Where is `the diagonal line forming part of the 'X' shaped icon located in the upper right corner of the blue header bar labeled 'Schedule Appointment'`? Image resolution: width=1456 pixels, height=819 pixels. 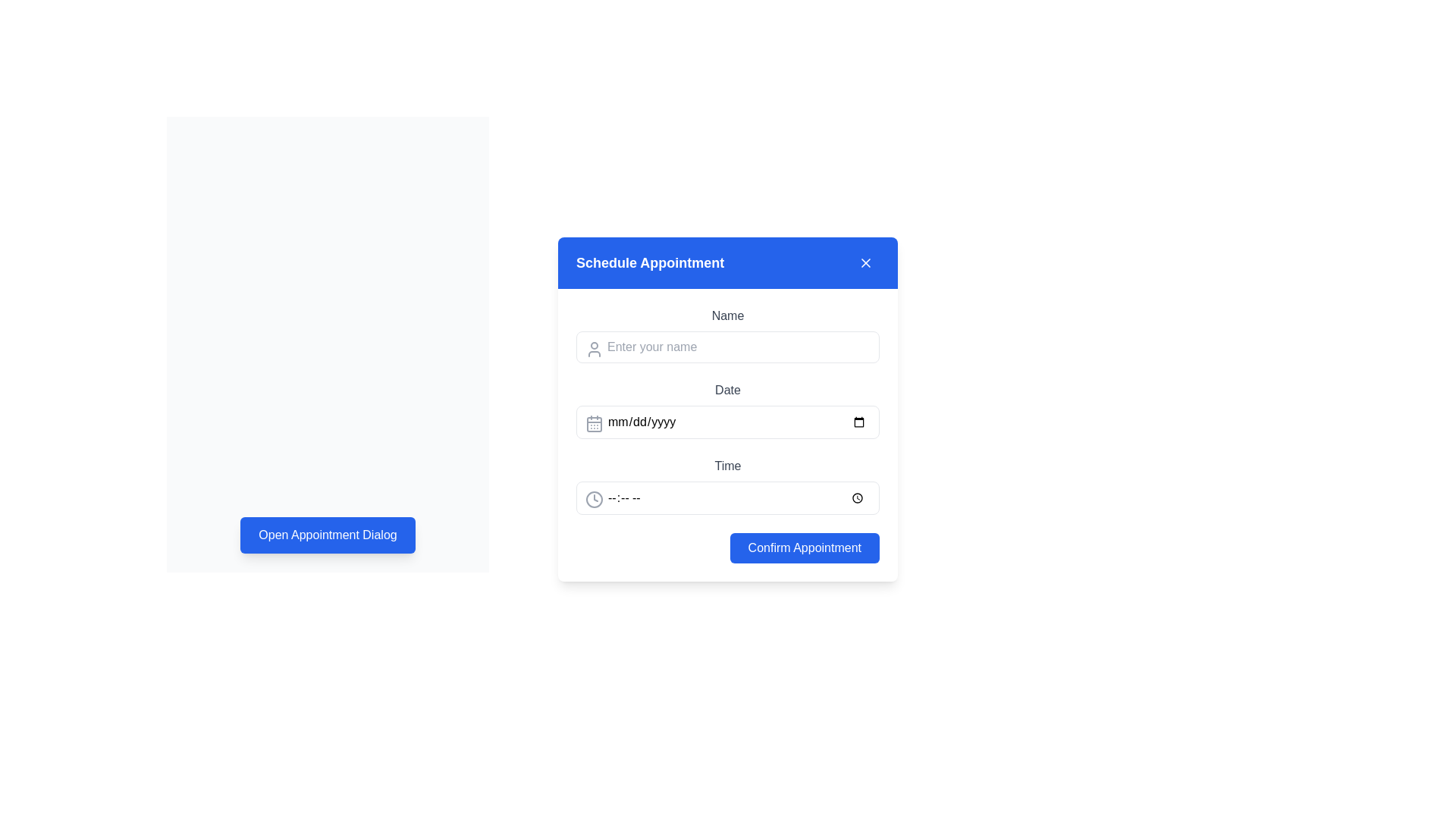
the diagonal line forming part of the 'X' shaped icon located in the upper right corner of the blue header bar labeled 'Schedule Appointment' is located at coordinates (866, 262).